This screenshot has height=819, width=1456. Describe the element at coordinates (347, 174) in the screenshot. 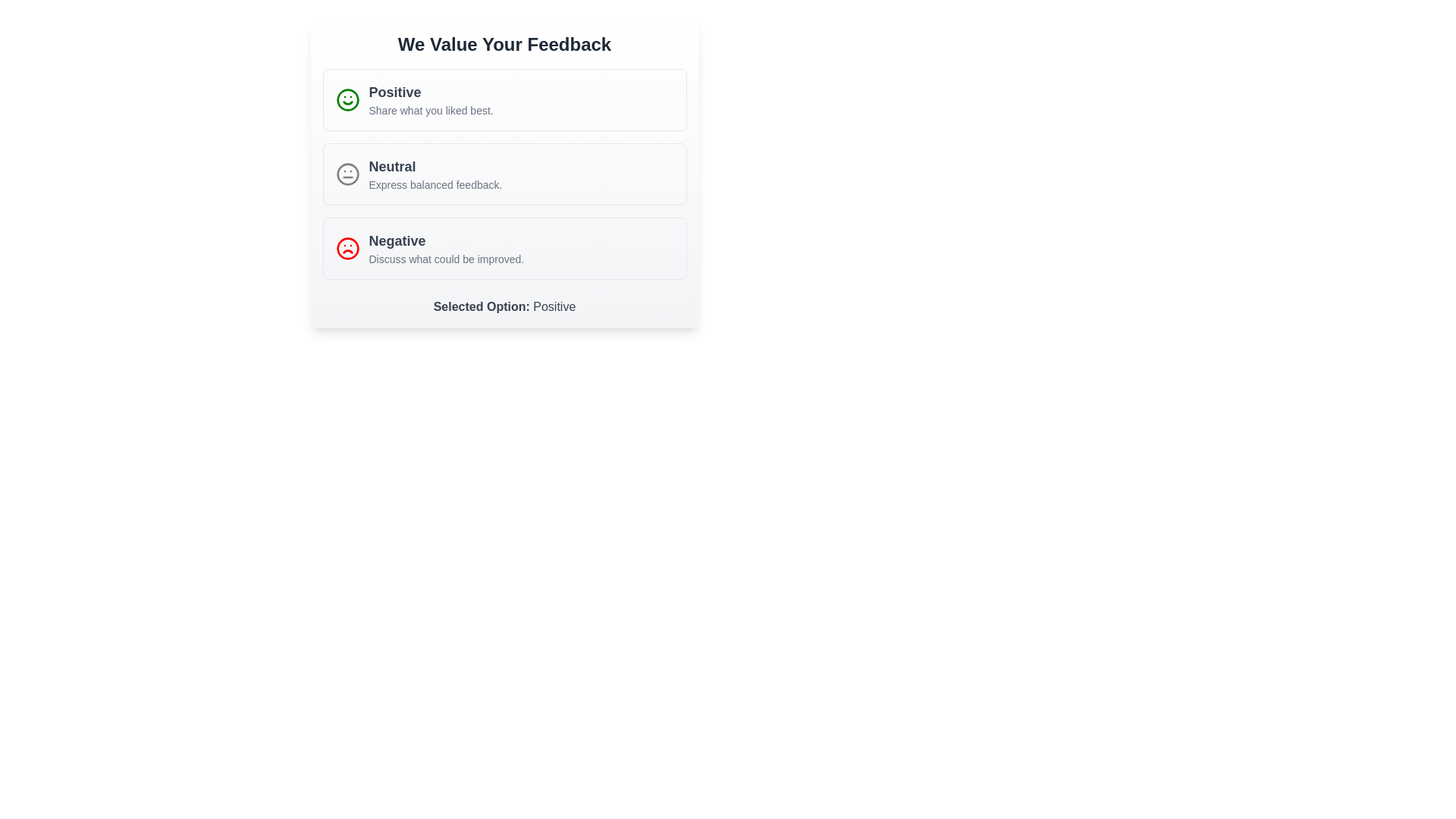

I see `the Neutral feedback icon, which is visually represented as the middle option among three feedback choices, positioned to the left of the text 'Neutral: Express balanced feedback.'` at that location.